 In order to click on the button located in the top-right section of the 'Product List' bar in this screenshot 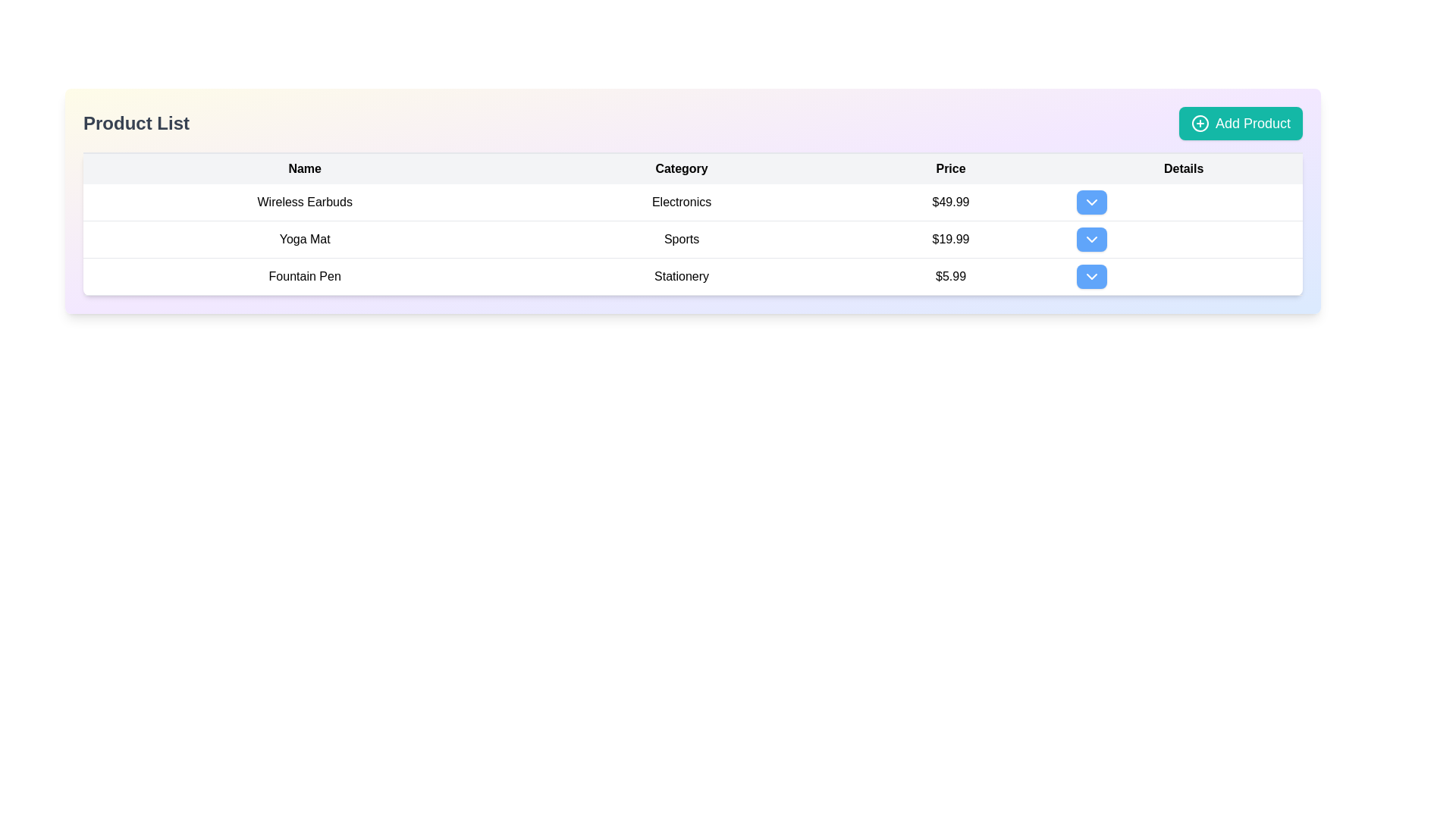, I will do `click(1241, 122)`.